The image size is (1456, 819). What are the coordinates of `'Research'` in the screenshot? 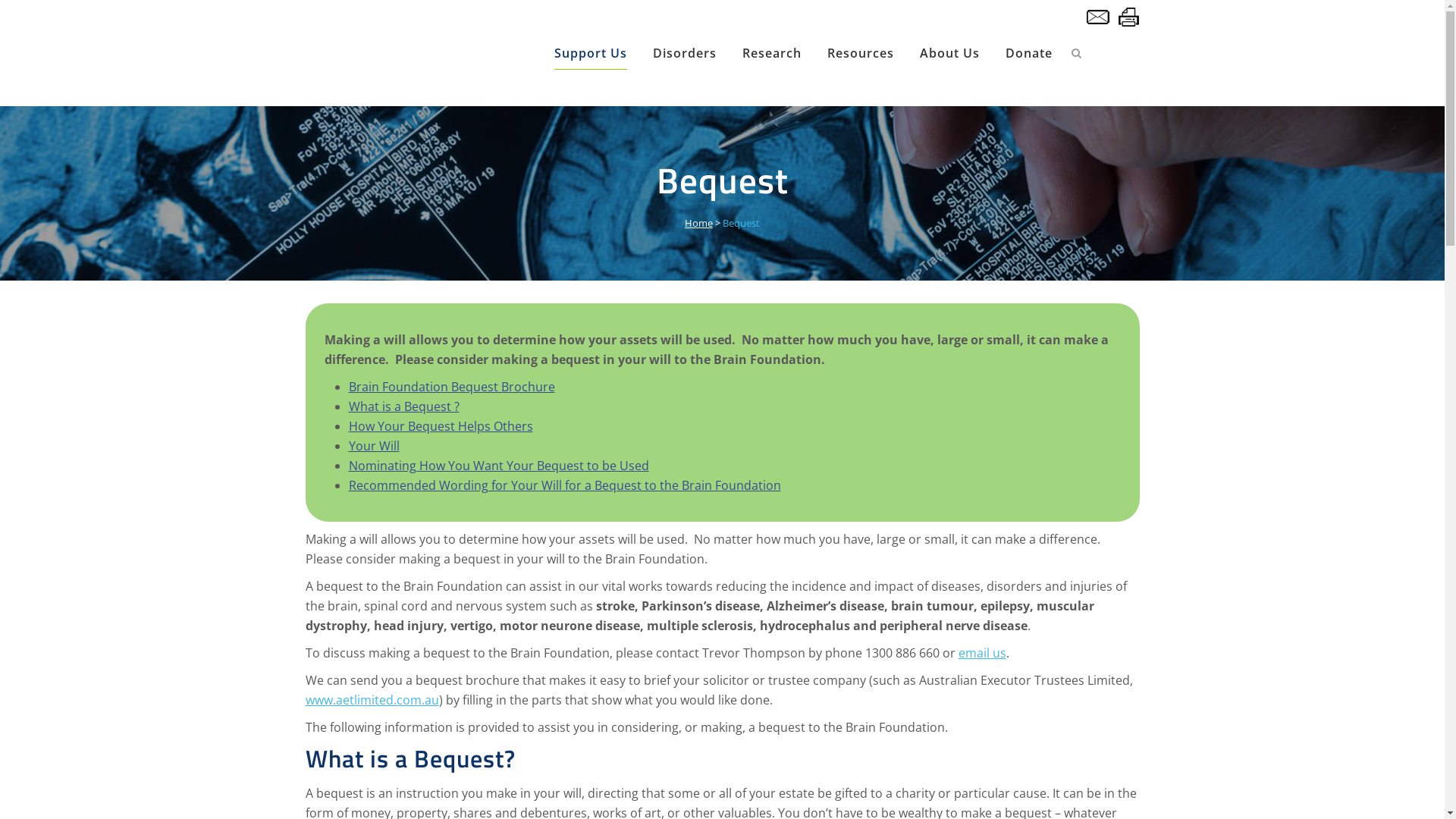 It's located at (771, 52).